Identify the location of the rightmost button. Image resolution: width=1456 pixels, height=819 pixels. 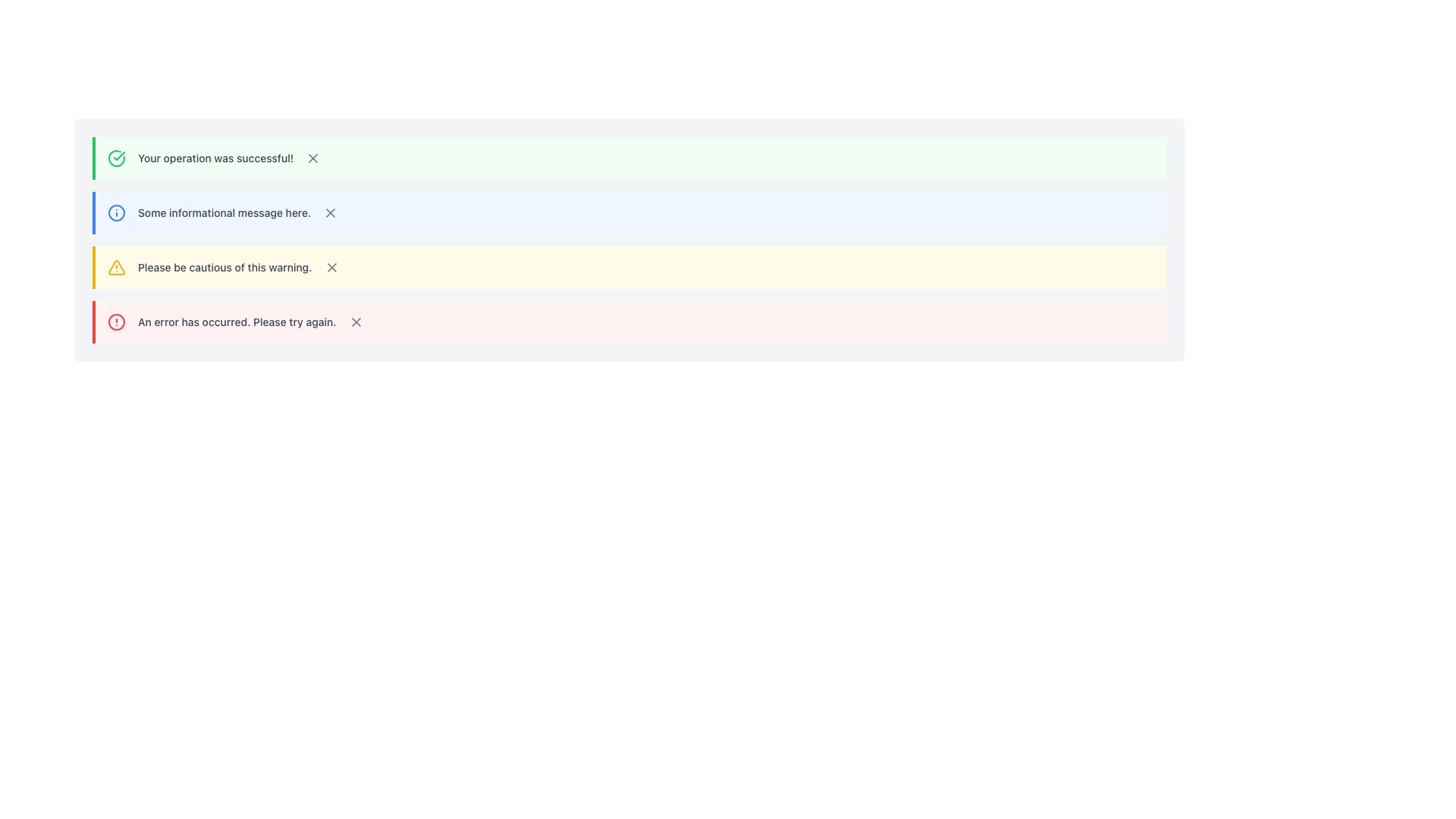
(331, 267).